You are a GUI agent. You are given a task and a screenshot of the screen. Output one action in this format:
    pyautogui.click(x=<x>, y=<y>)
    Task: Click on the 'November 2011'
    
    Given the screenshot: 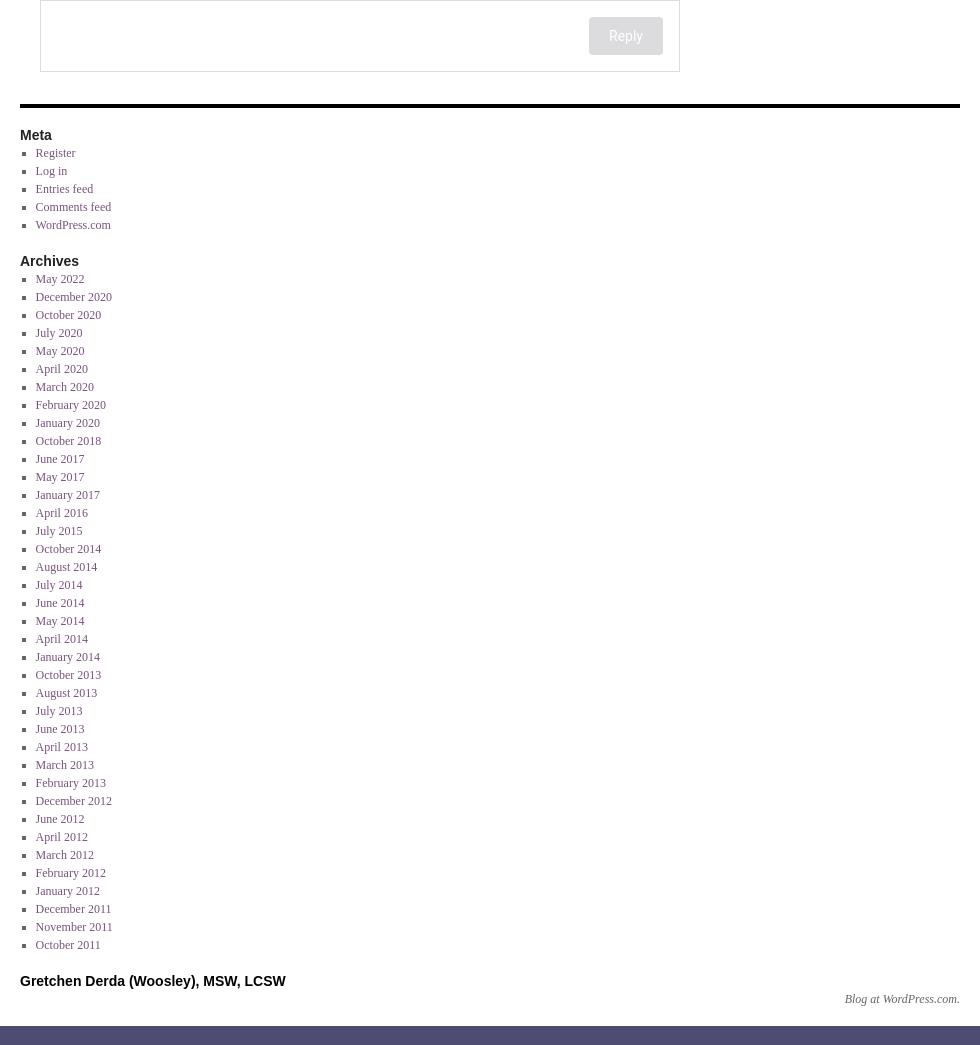 What is the action you would take?
    pyautogui.click(x=73, y=927)
    